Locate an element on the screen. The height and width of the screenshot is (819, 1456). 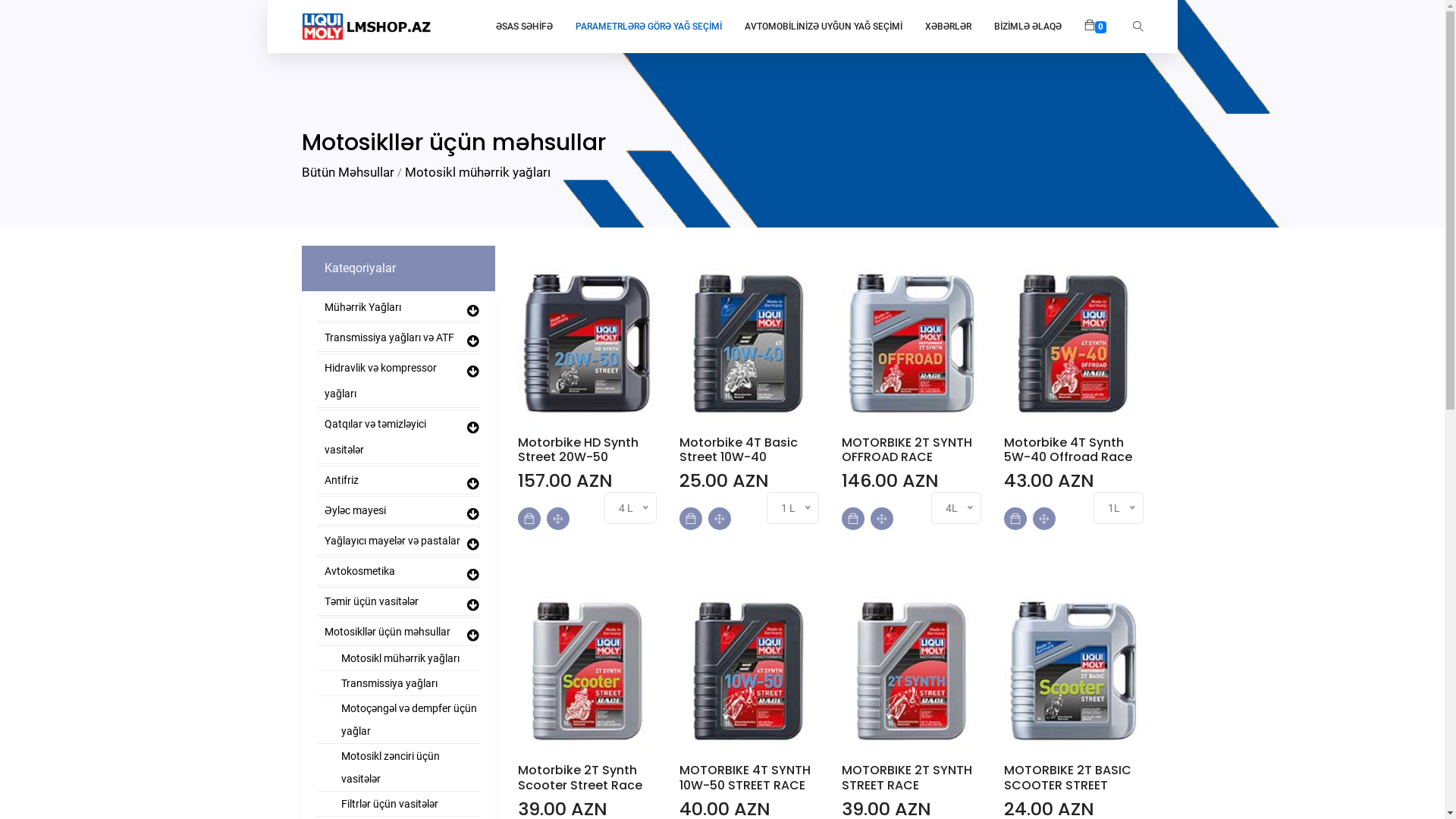
'Avtokosmetika' is located at coordinates (398, 571).